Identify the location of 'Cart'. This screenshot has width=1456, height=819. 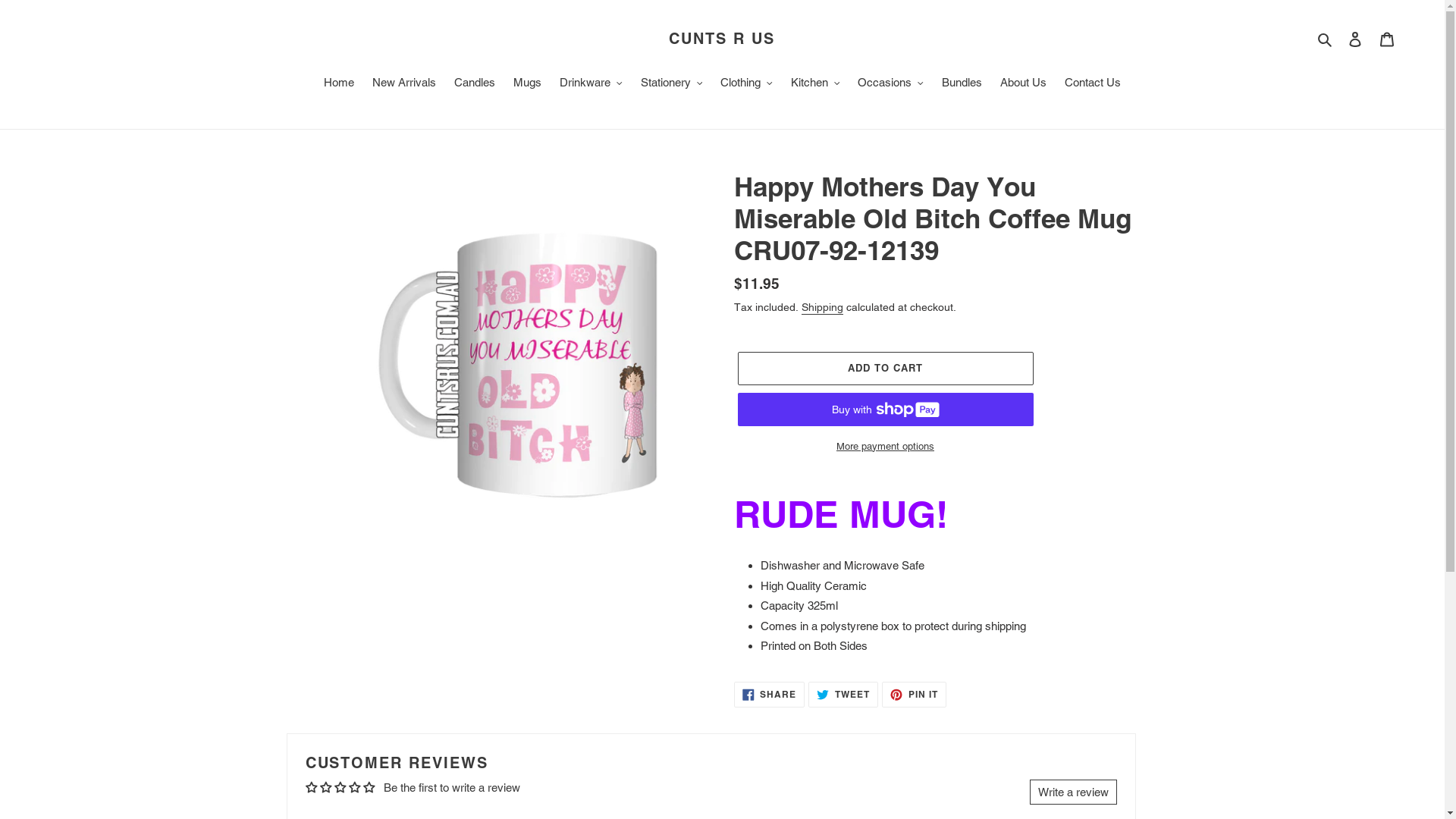
(1386, 38).